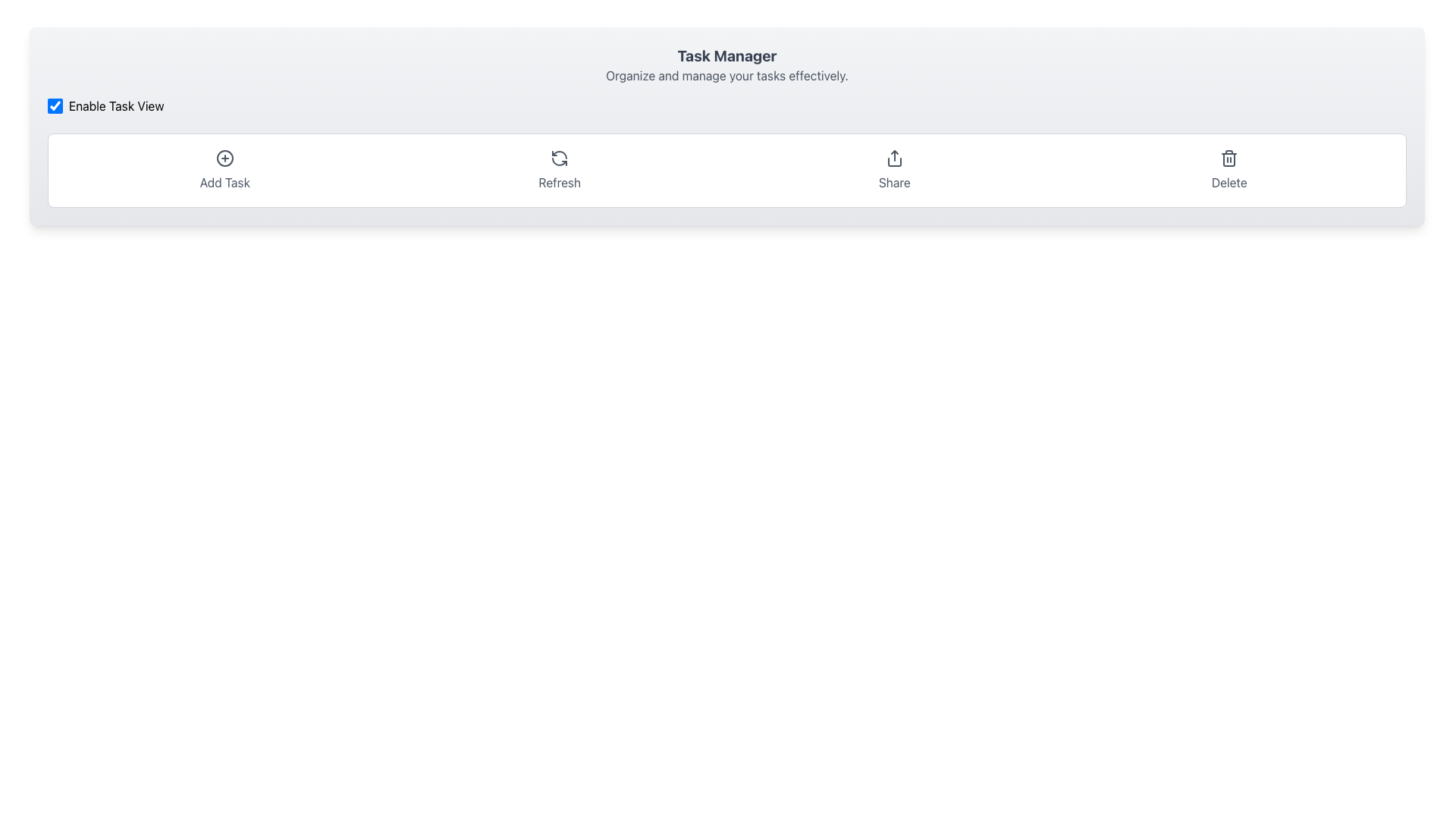 The image size is (1456, 819). Describe the element at coordinates (559, 181) in the screenshot. I see `the 'Refresh' text label which is displayed in gray color and is positioned below a circular arrow icon` at that location.